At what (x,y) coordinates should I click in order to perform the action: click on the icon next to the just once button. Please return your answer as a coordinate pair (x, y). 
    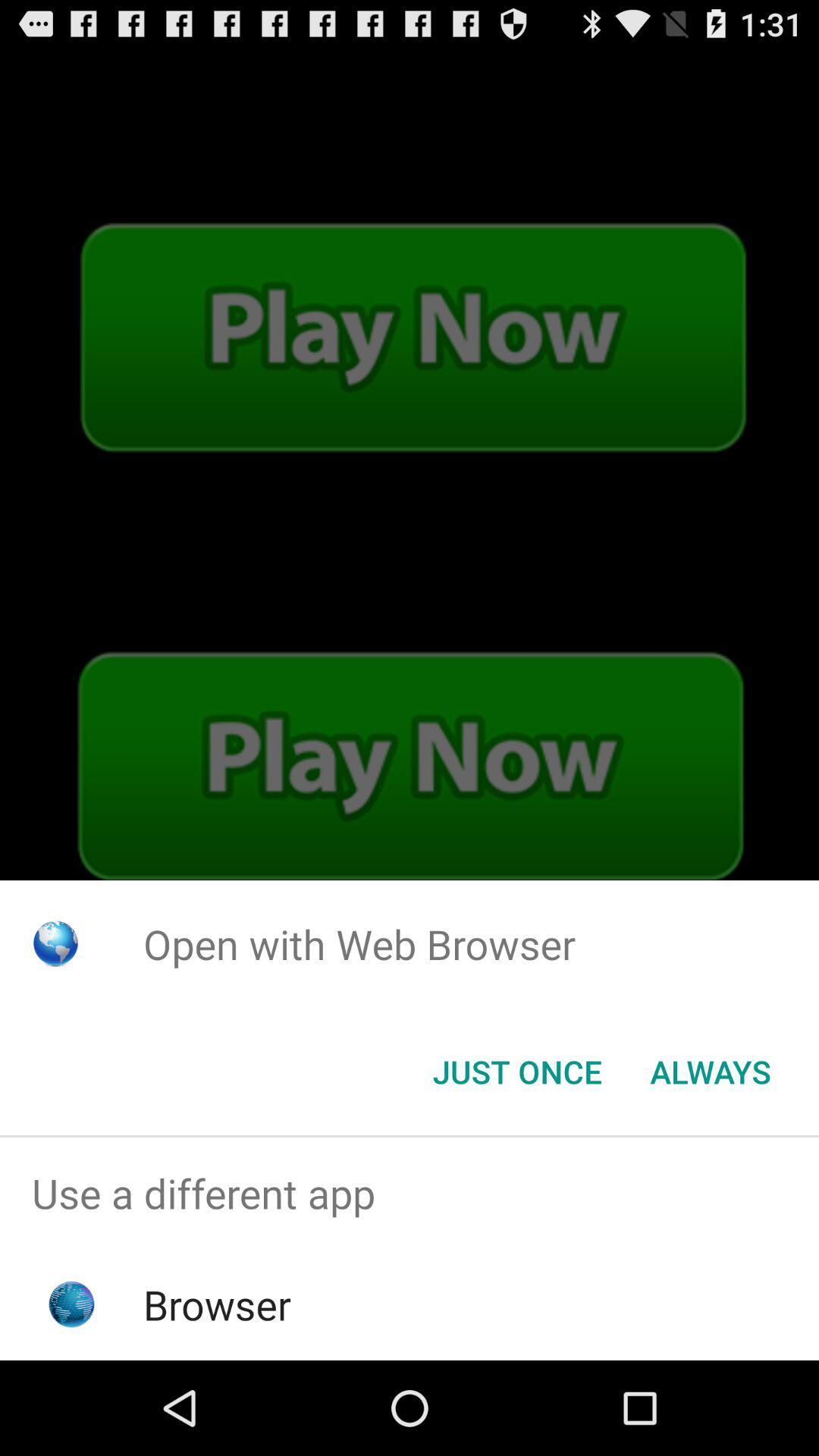
    Looking at the image, I should click on (711, 1070).